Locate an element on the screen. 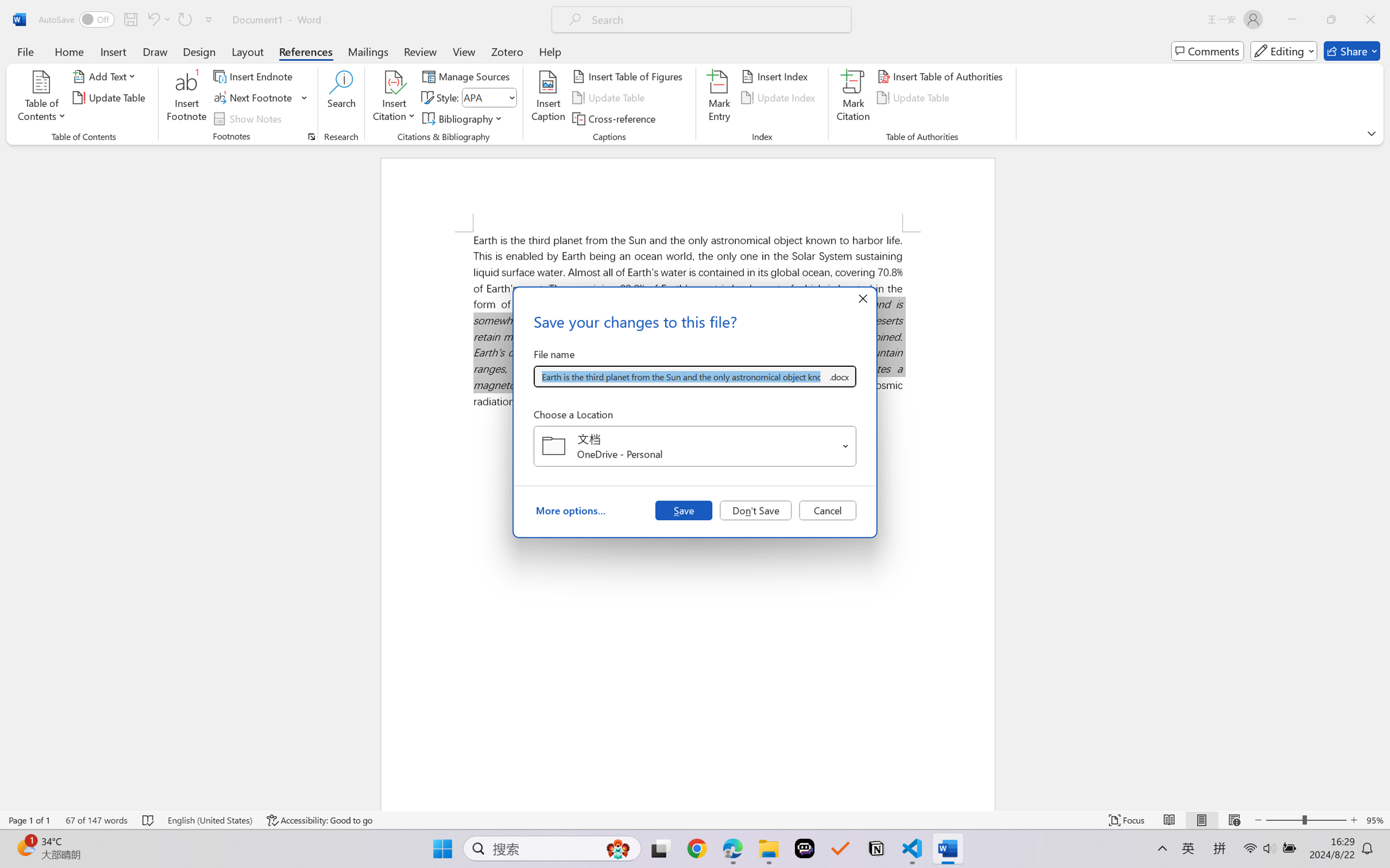 The height and width of the screenshot is (868, 1390). 'Repeat Doc Close' is located at coordinates (184, 19).